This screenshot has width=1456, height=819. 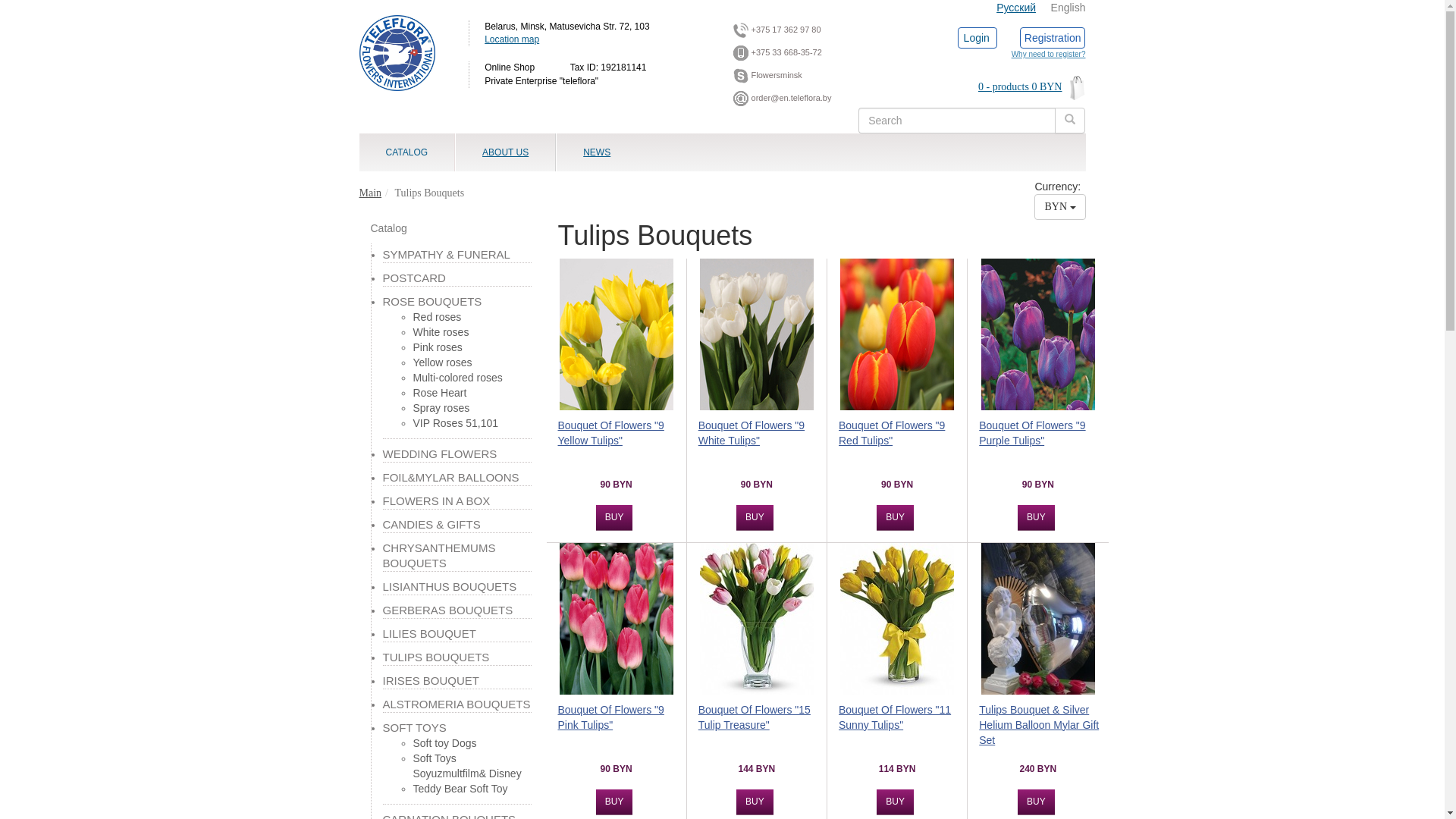 I want to click on 'Spray roses', so click(x=412, y=406).